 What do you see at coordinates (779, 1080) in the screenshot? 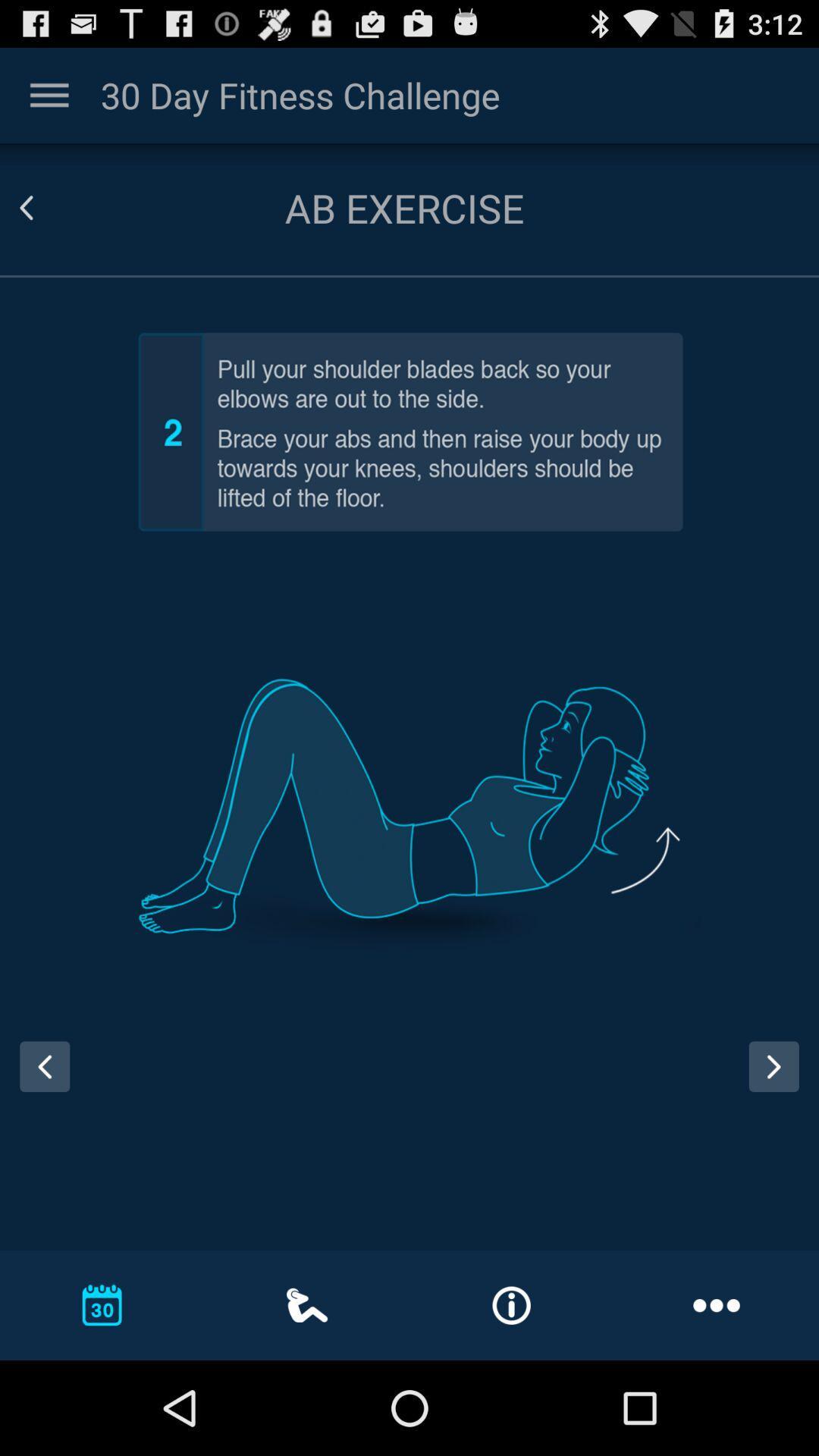
I see `next page` at bounding box center [779, 1080].